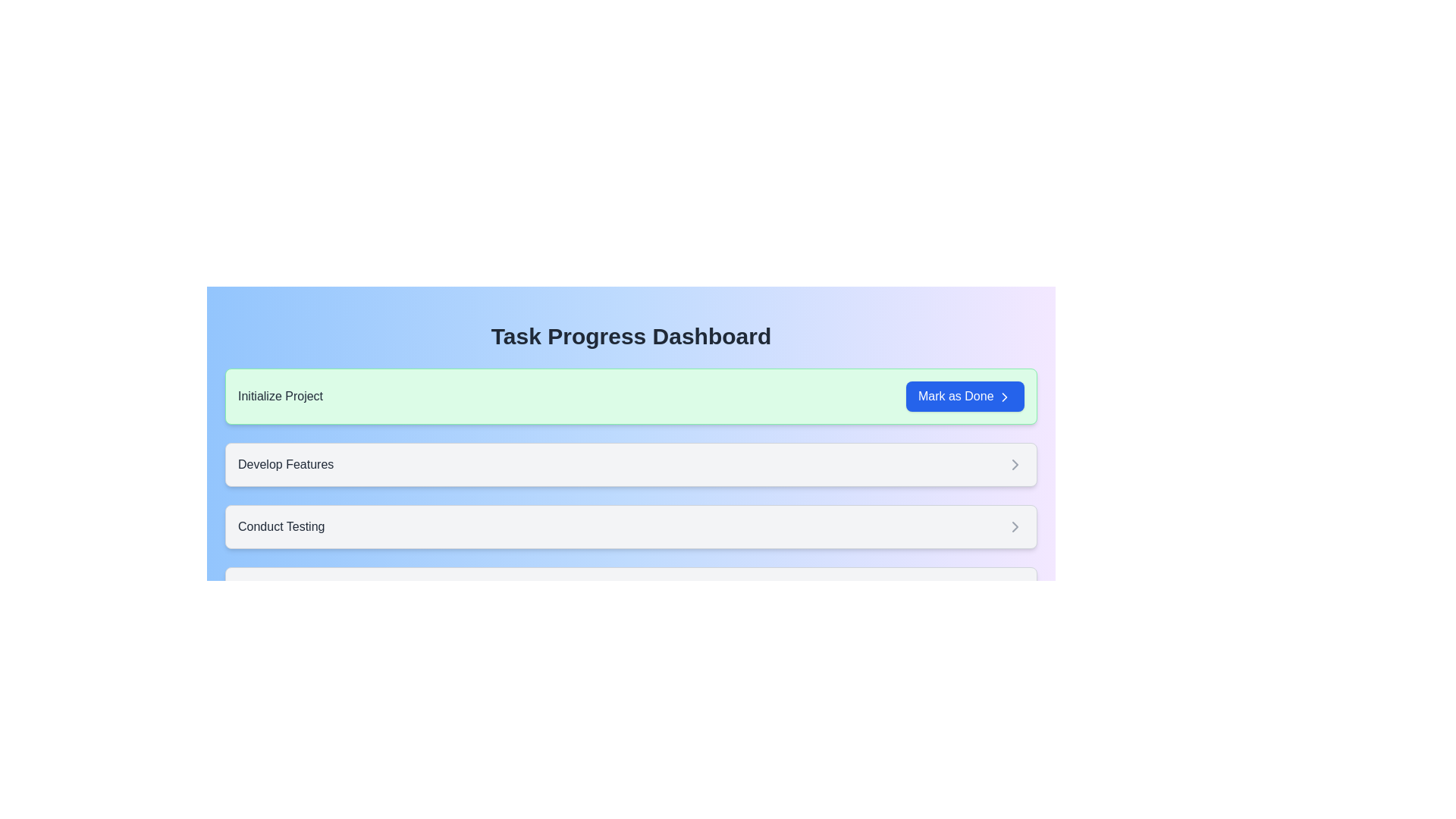  What do you see at coordinates (1004, 396) in the screenshot?
I see `the Chevron icon located on the right side of the first task row labeled 'Initialize Project' in the task progress dashboard` at bounding box center [1004, 396].